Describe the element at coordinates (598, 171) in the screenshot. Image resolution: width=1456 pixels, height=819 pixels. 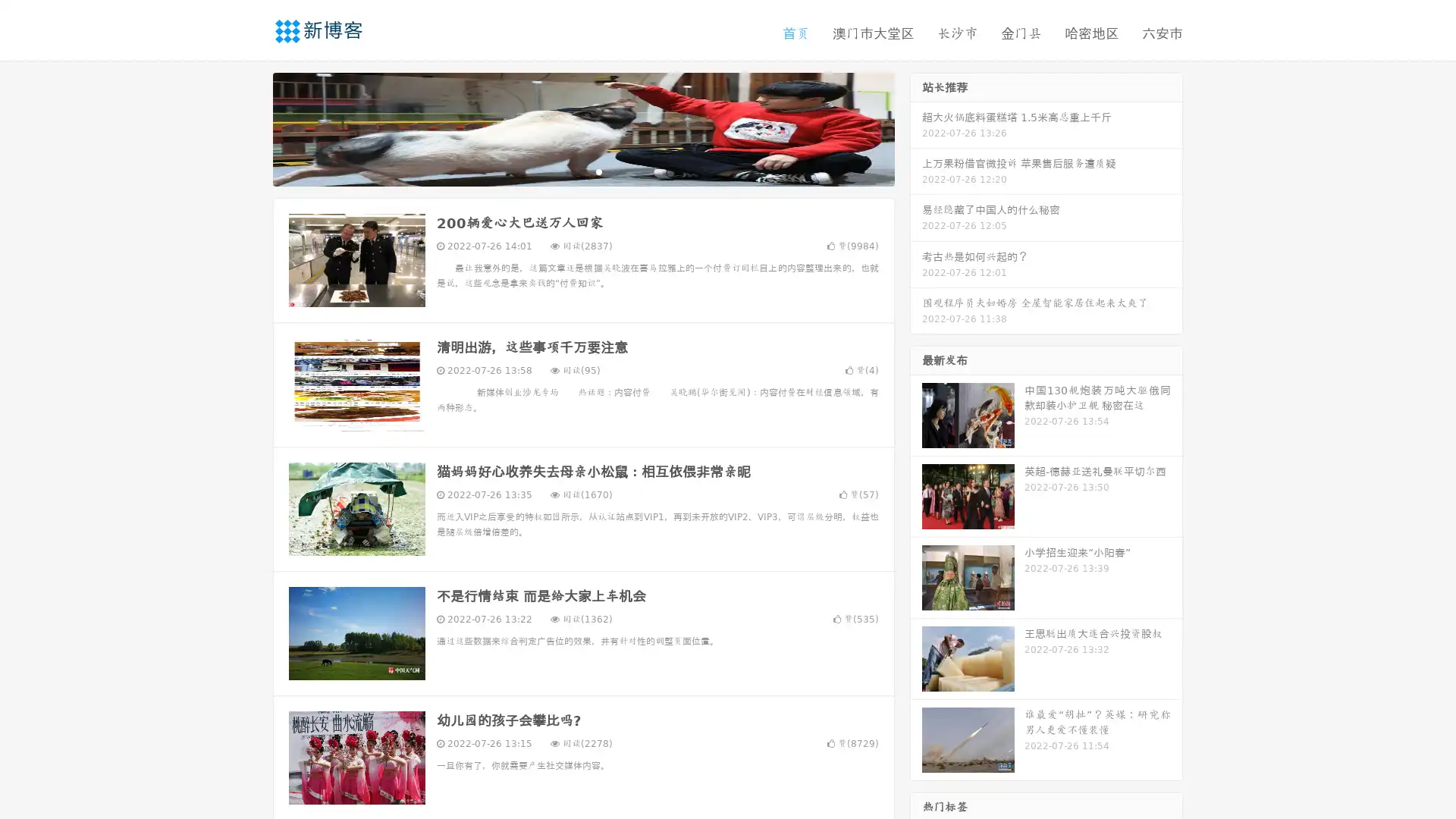
I see `Go to slide 3` at that location.